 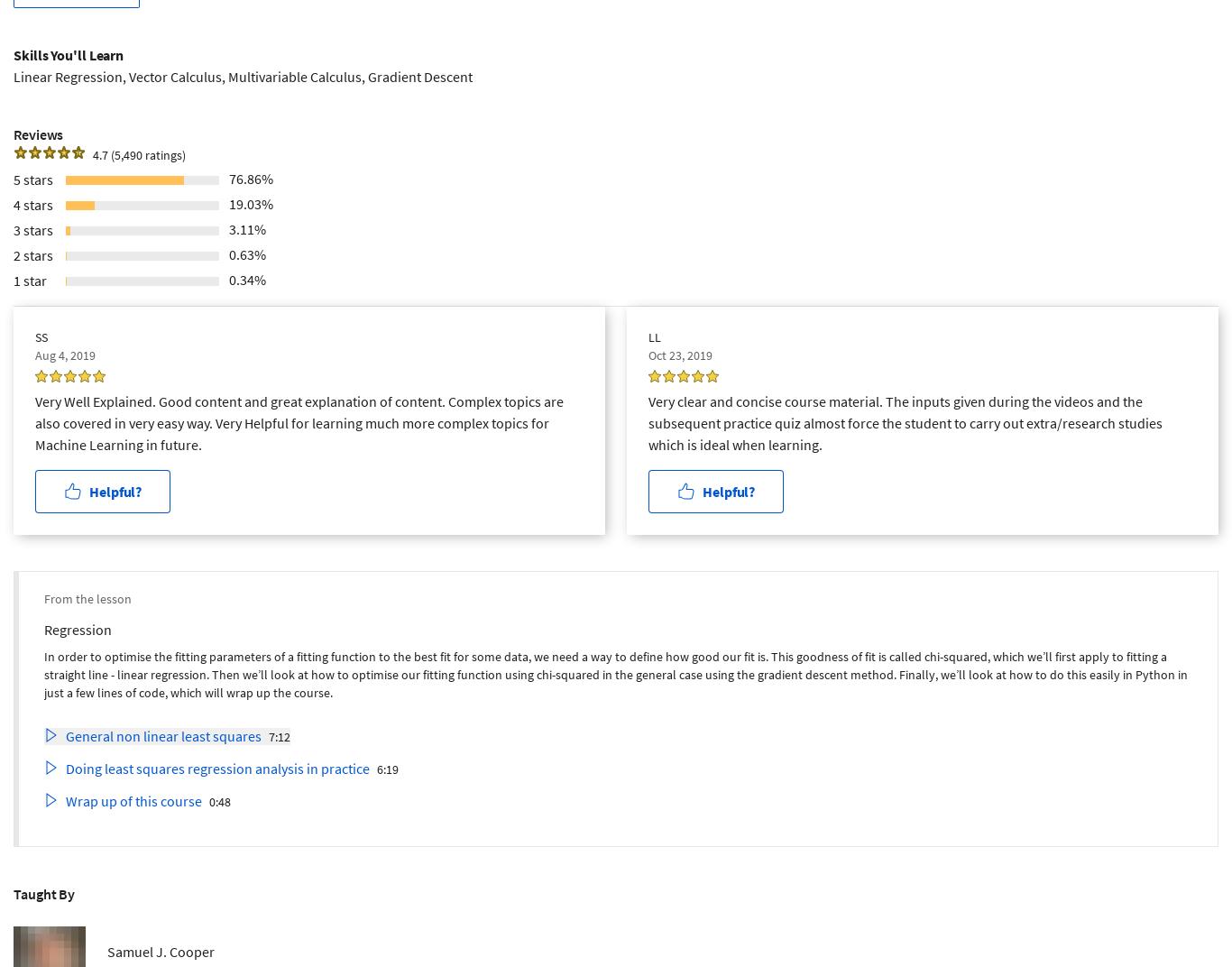 I want to click on 'Very clear and concise course material. The inputs given during the videos and the subsequent practice quiz almost force the student to carry out extra/research studies which is ideal when learning.', so click(x=906, y=421).